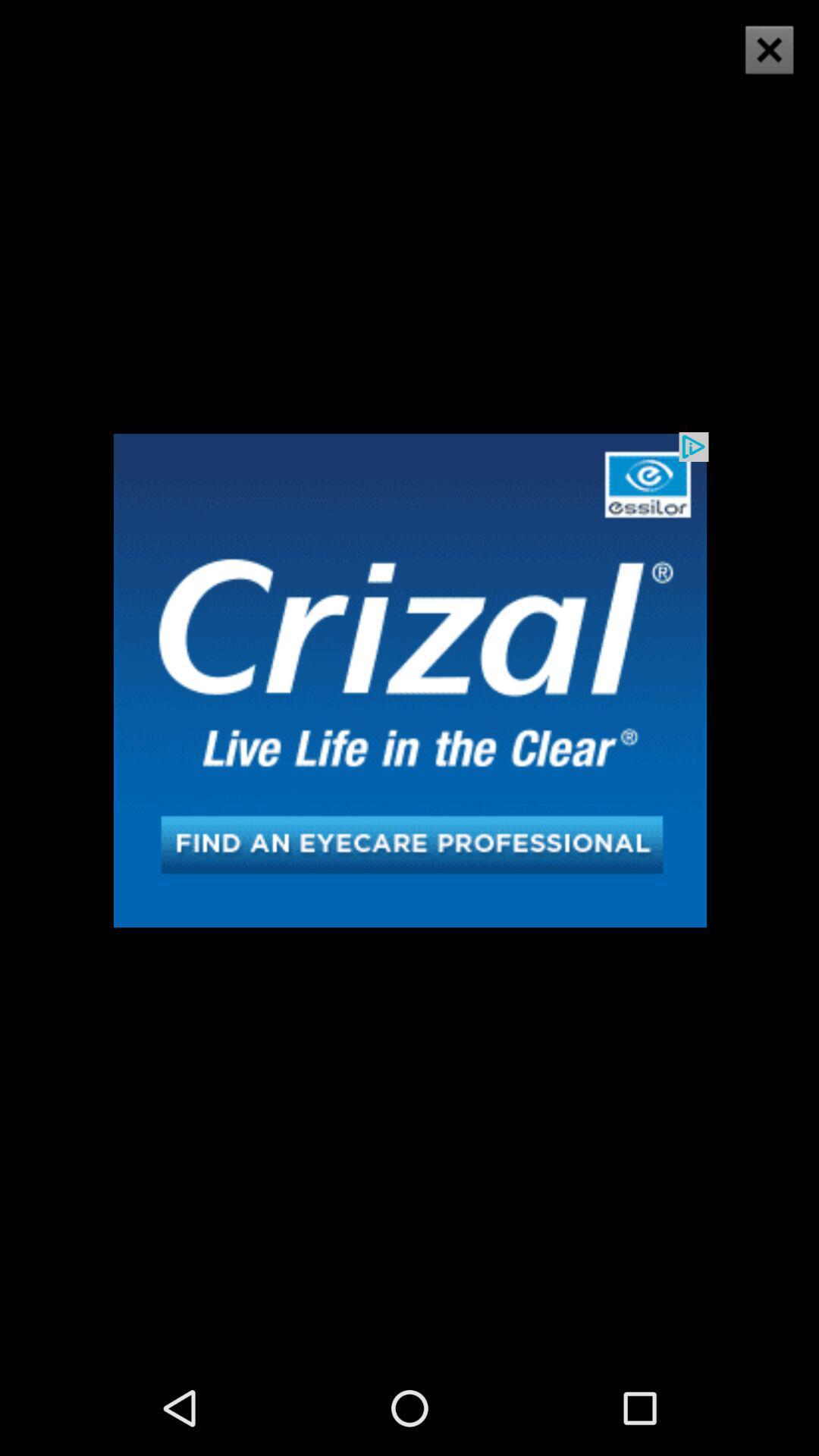  What do you see at coordinates (769, 53) in the screenshot?
I see `the close icon` at bounding box center [769, 53].